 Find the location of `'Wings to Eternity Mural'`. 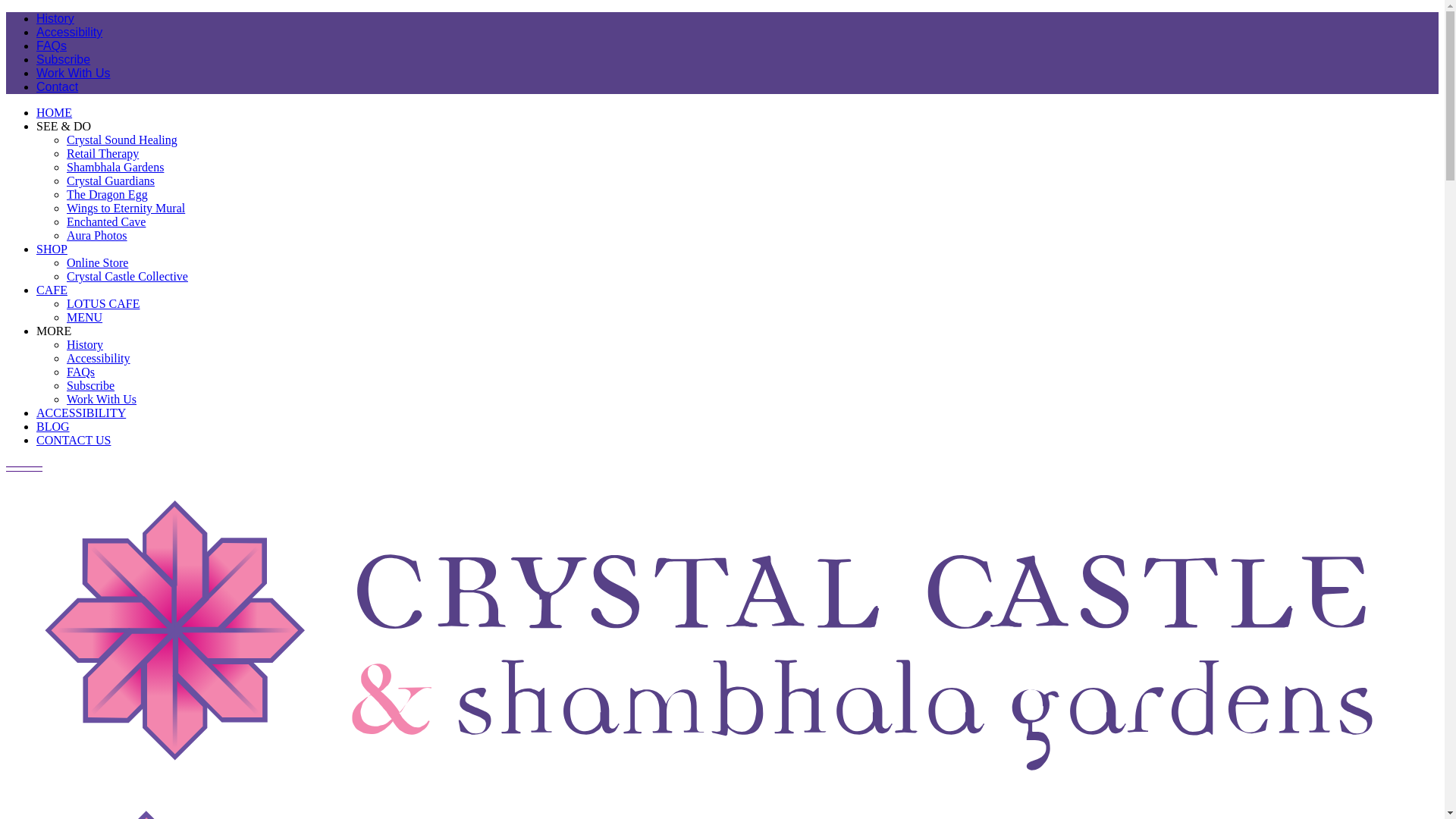

'Wings to Eternity Mural' is located at coordinates (126, 208).